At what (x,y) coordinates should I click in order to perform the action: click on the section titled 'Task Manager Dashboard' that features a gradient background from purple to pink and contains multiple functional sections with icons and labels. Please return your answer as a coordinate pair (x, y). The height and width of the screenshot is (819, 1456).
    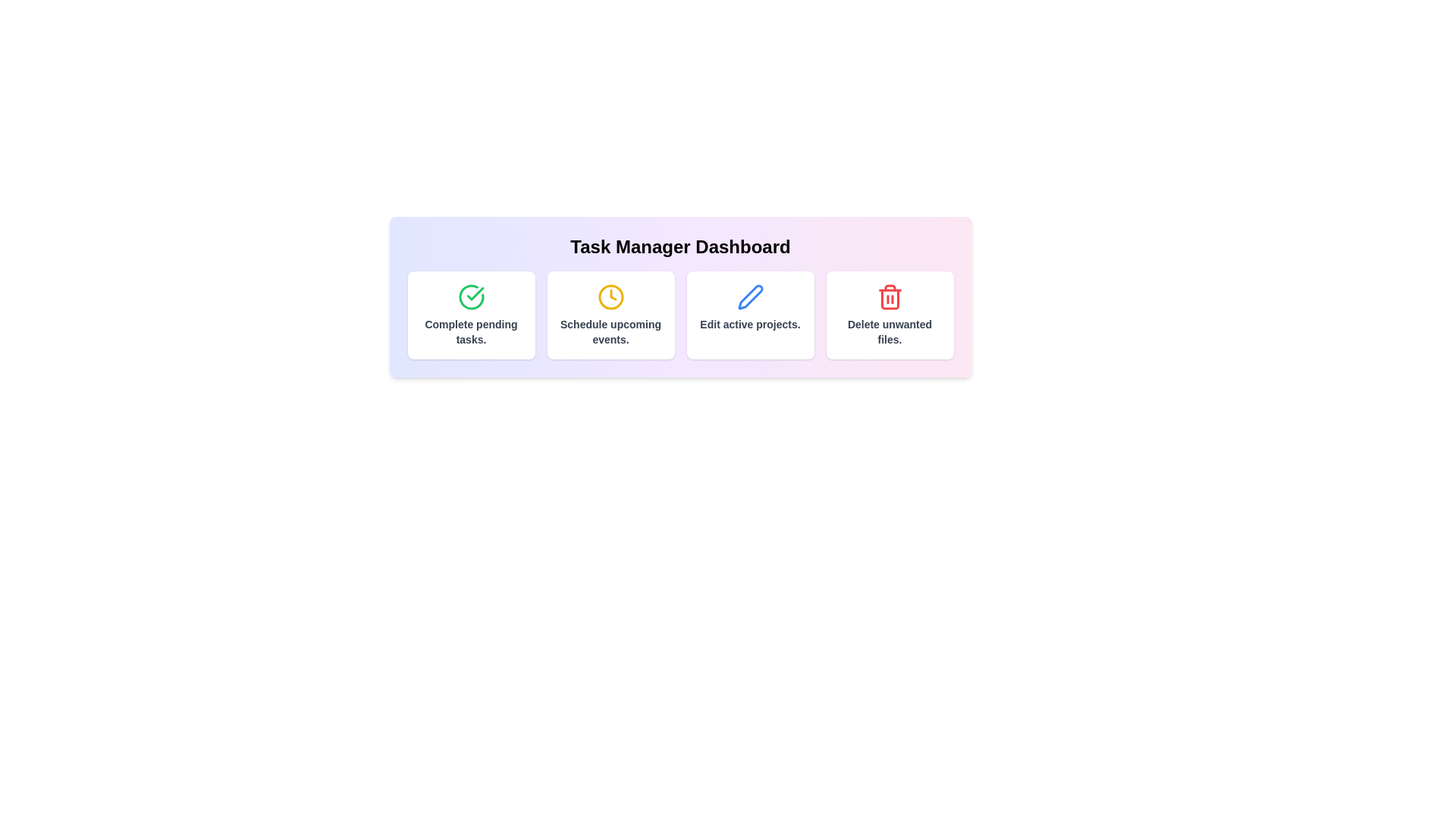
    Looking at the image, I should click on (679, 297).